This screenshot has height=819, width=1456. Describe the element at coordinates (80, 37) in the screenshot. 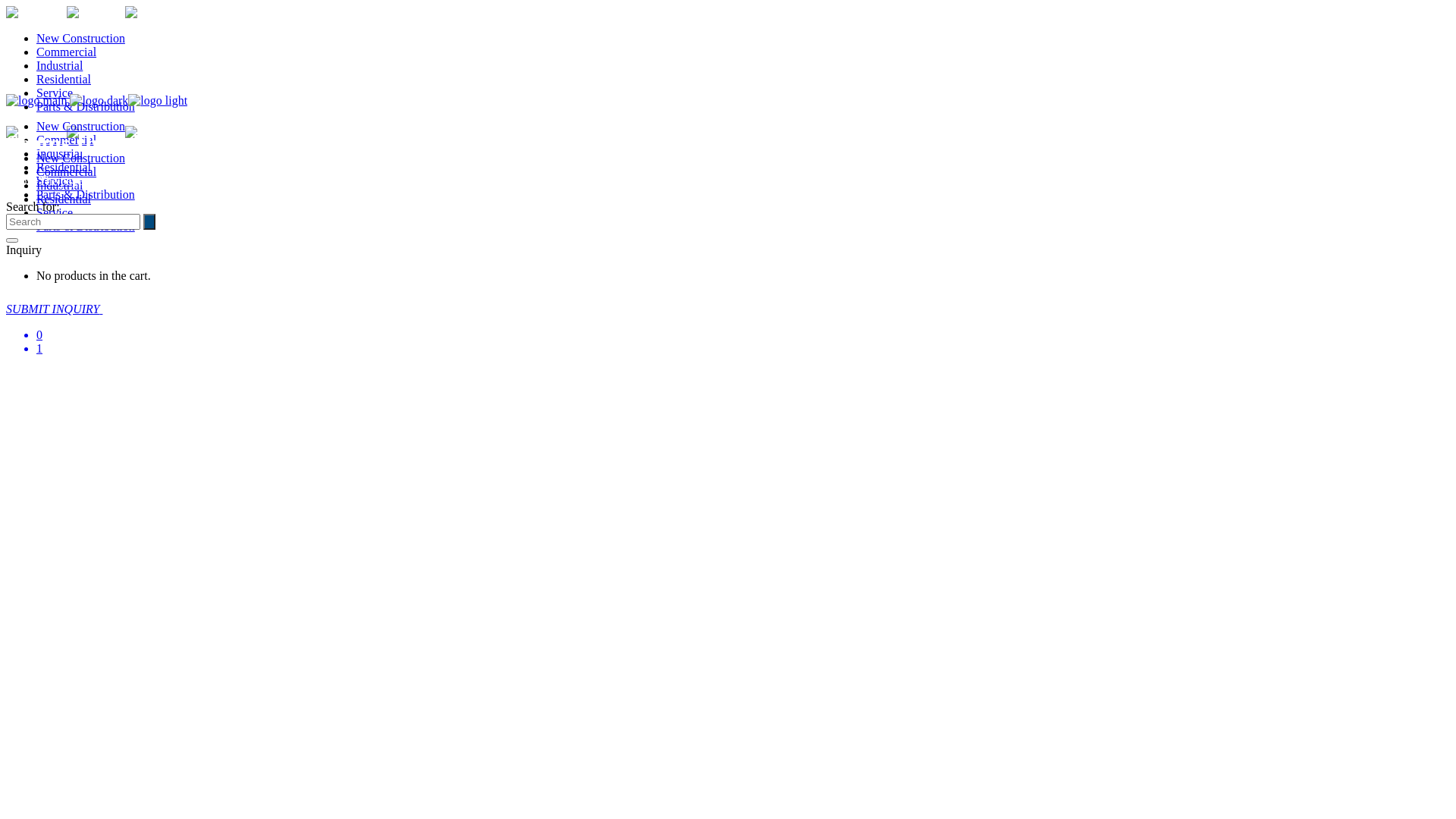

I see `'New Construction'` at that location.